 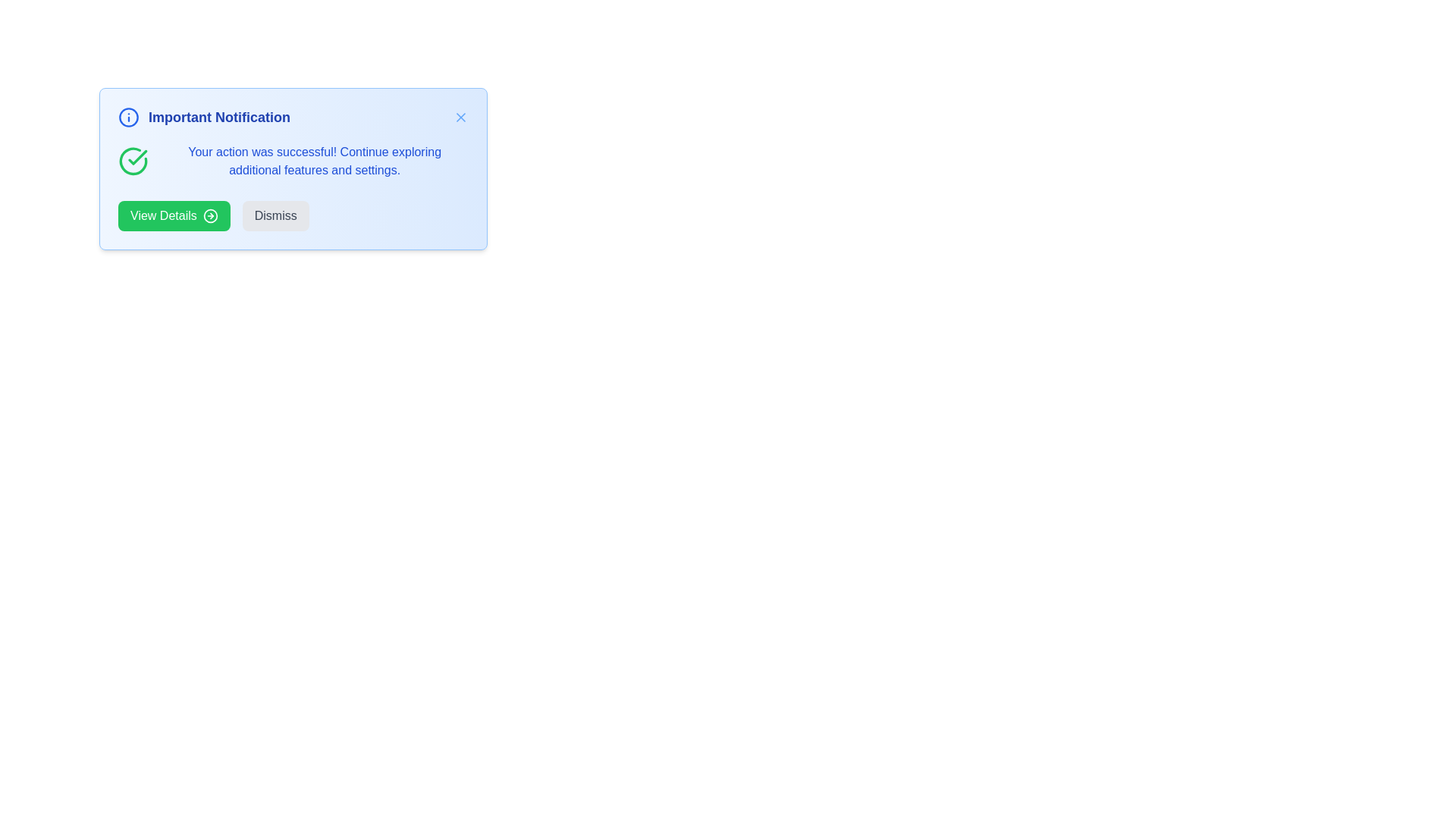 I want to click on the 'View Details' button to open the details view, so click(x=174, y=216).